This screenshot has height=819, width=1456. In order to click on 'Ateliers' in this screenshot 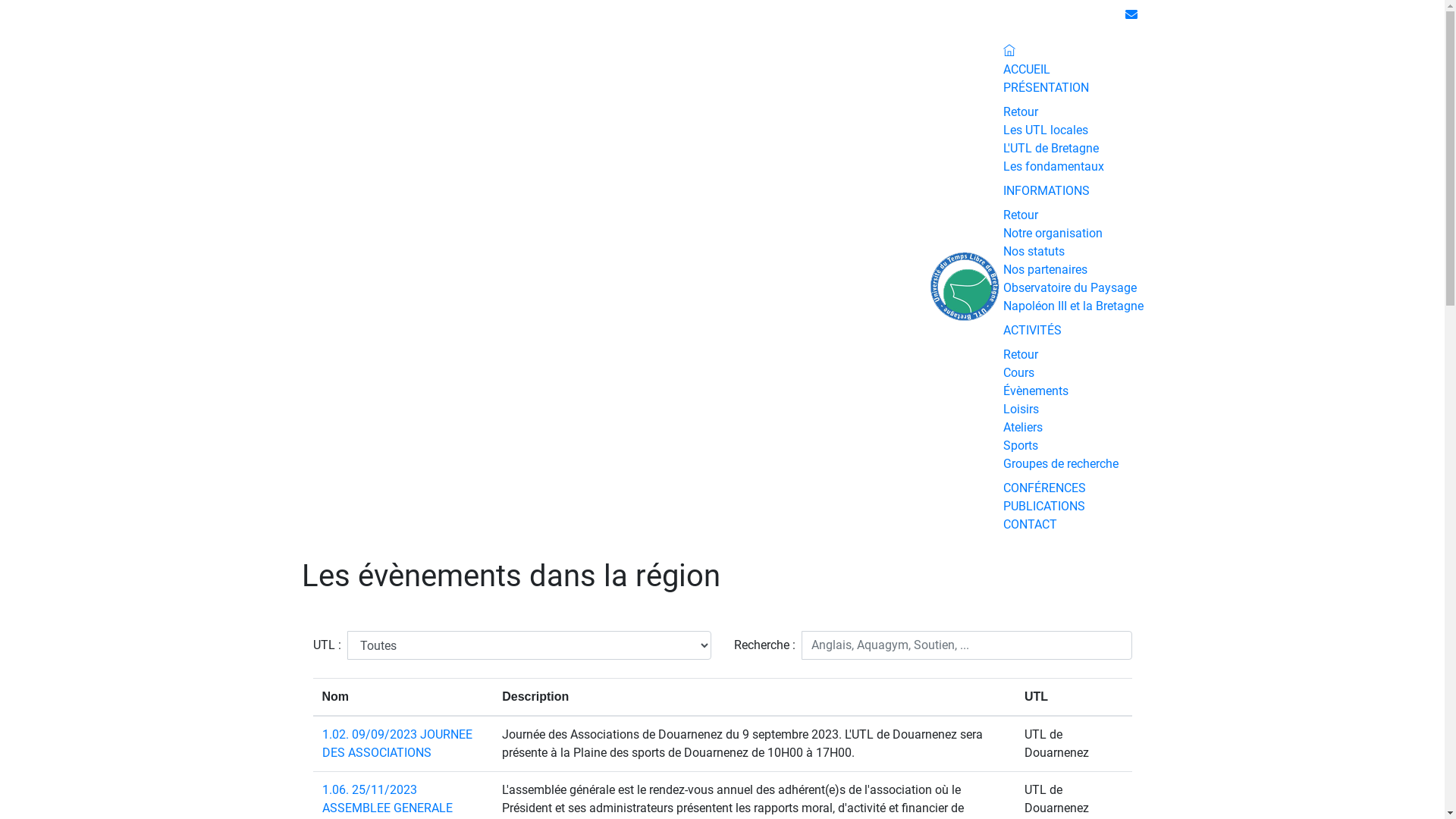, I will do `click(1022, 427)`.